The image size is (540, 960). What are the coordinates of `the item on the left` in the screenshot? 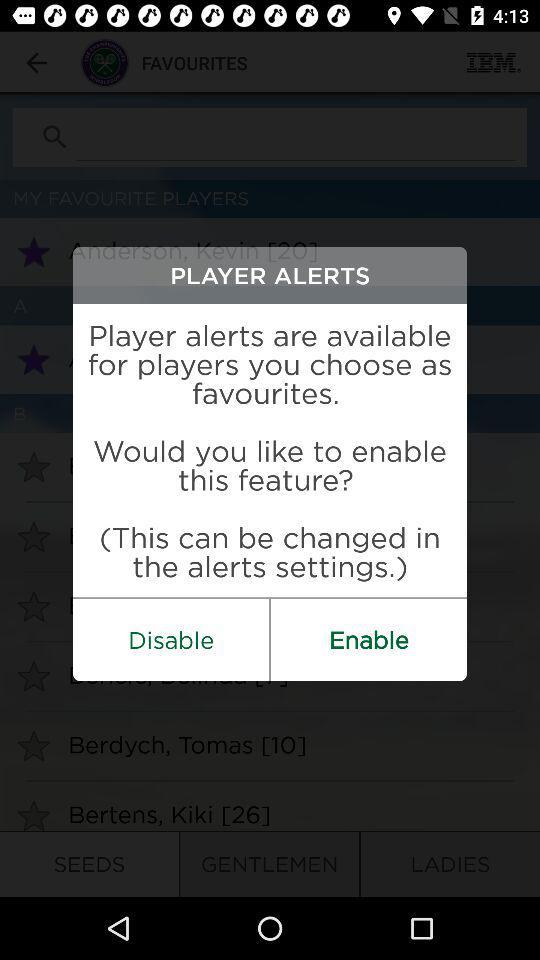 It's located at (171, 638).